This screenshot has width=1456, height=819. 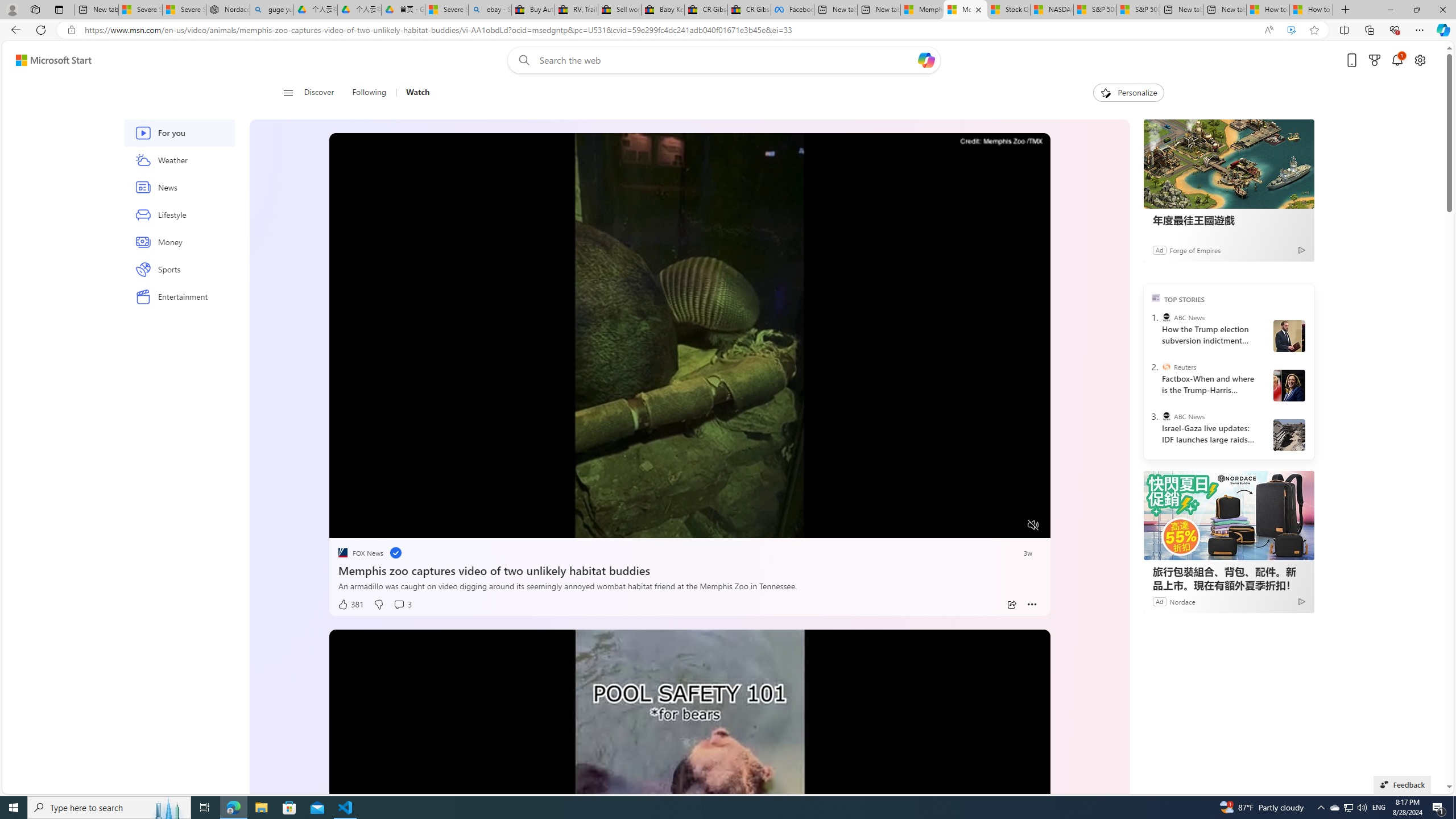 What do you see at coordinates (402, 604) in the screenshot?
I see `'View comments 3 Comment'` at bounding box center [402, 604].